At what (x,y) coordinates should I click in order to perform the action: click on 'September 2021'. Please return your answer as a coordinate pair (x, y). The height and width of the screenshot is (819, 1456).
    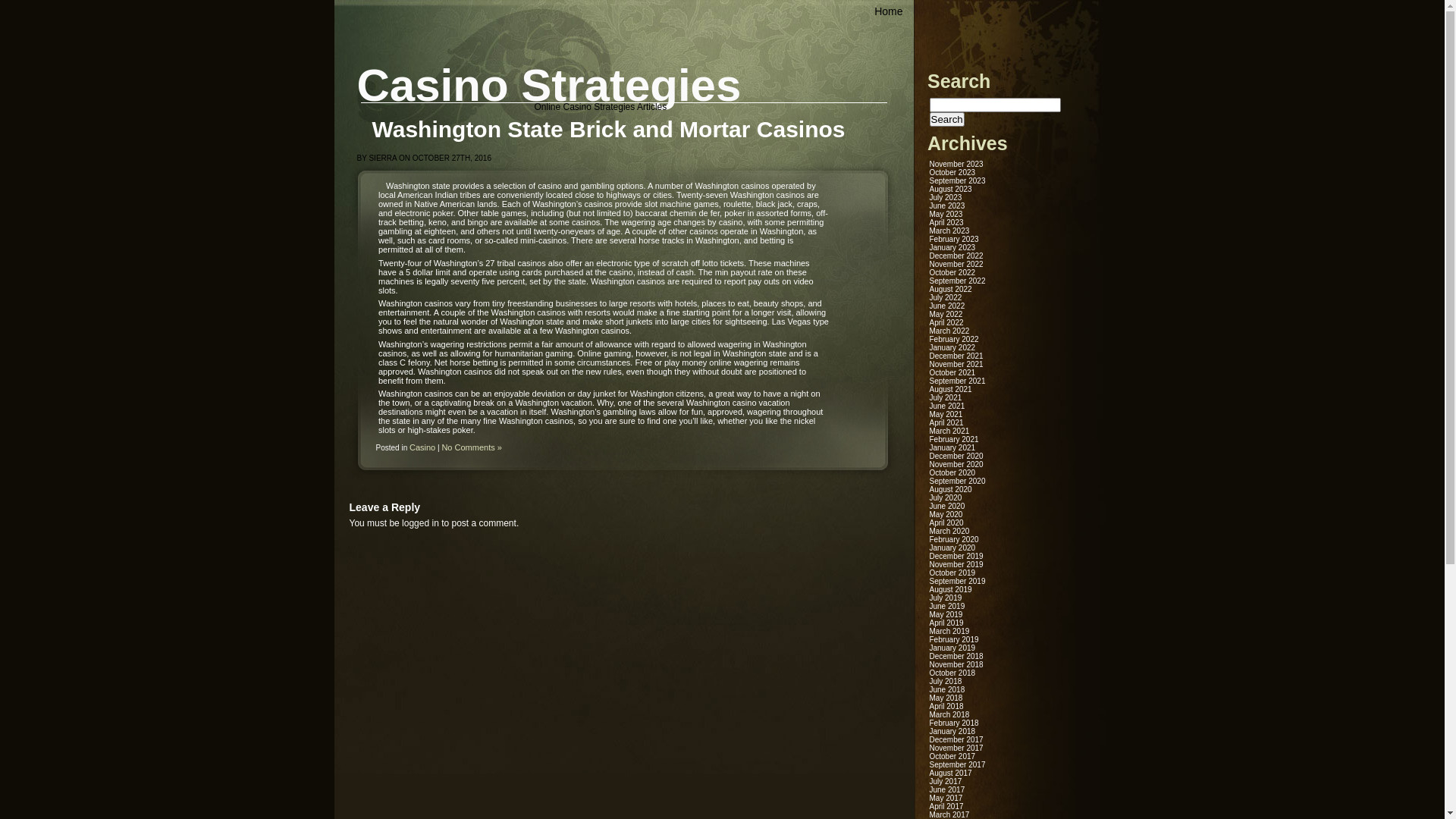
    Looking at the image, I should click on (928, 380).